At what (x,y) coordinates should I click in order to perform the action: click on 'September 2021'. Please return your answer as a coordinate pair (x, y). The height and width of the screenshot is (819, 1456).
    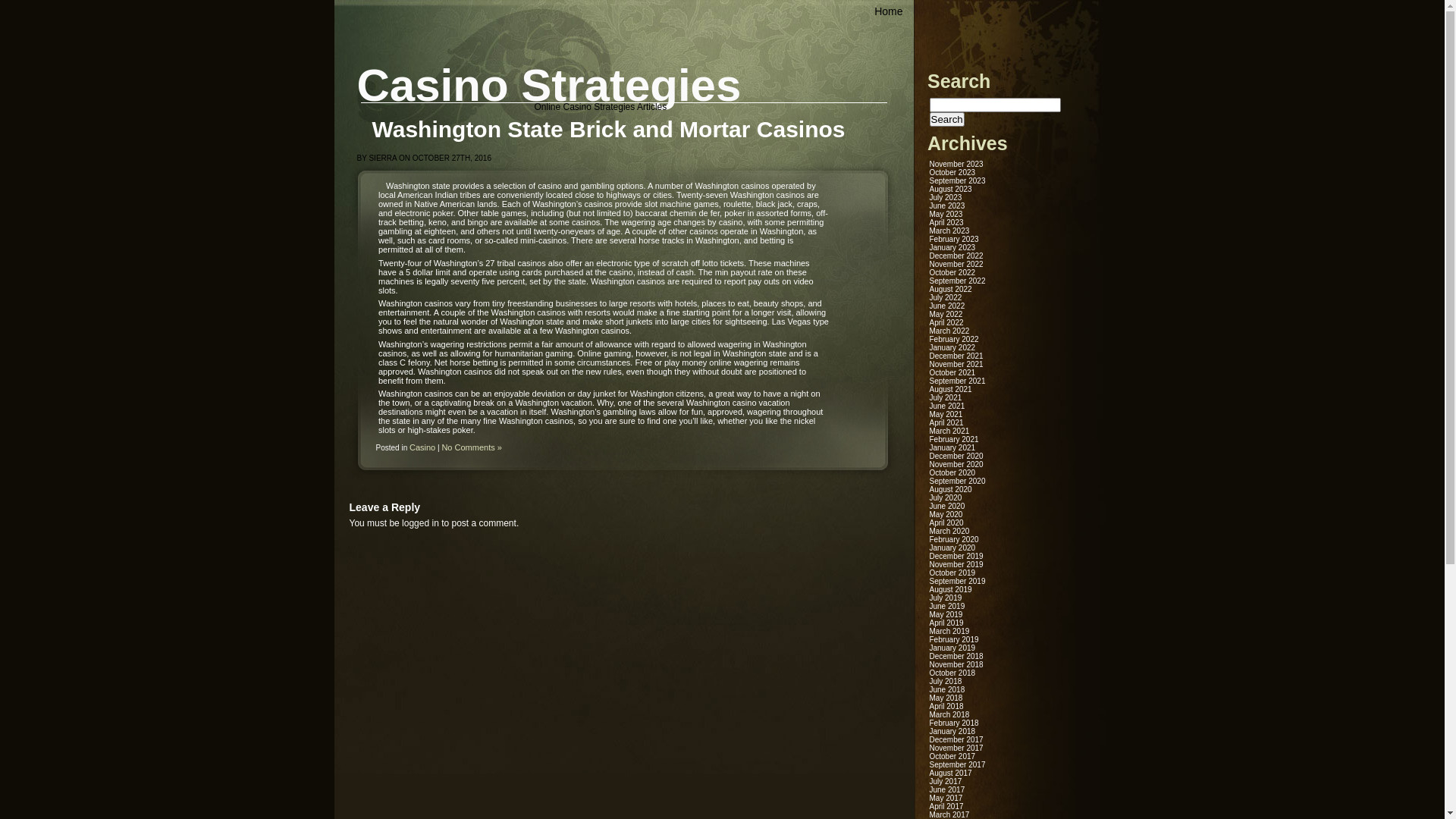
    Looking at the image, I should click on (928, 380).